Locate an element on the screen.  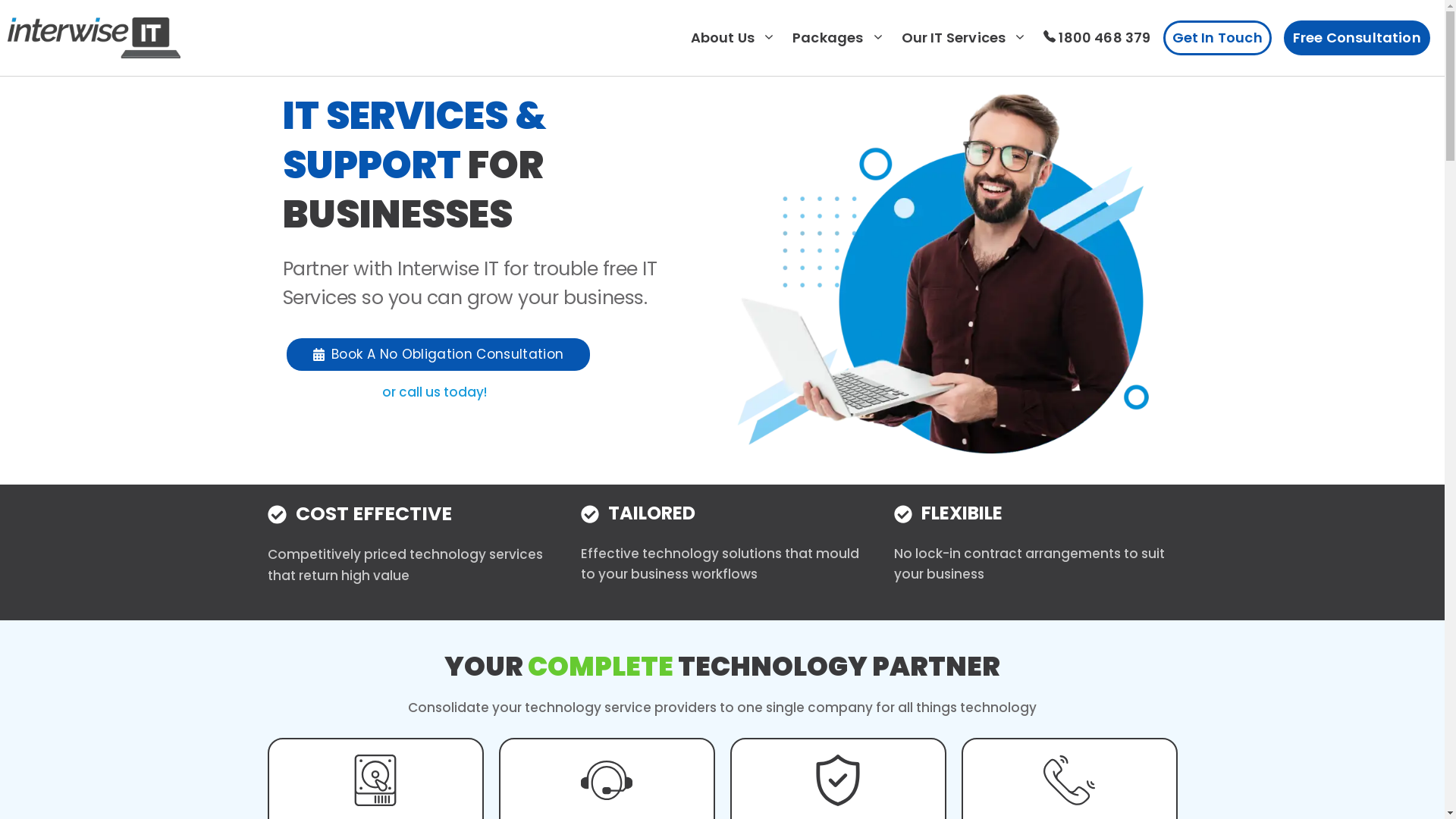
'Book A No Obligation Consultation' is located at coordinates (437, 354).